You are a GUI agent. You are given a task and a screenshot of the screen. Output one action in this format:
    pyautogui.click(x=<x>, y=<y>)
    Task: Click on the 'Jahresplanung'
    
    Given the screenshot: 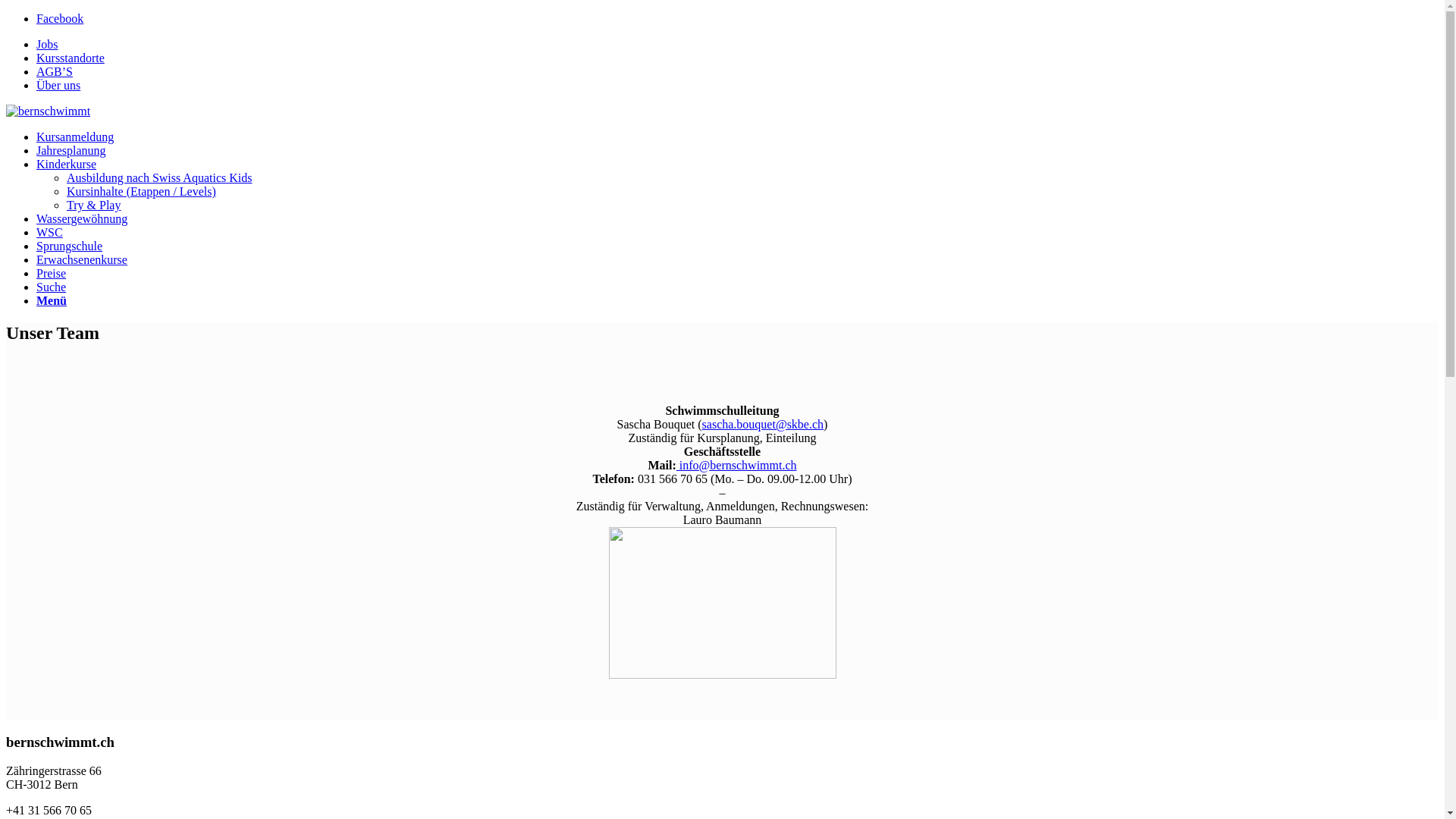 What is the action you would take?
    pyautogui.click(x=71, y=150)
    